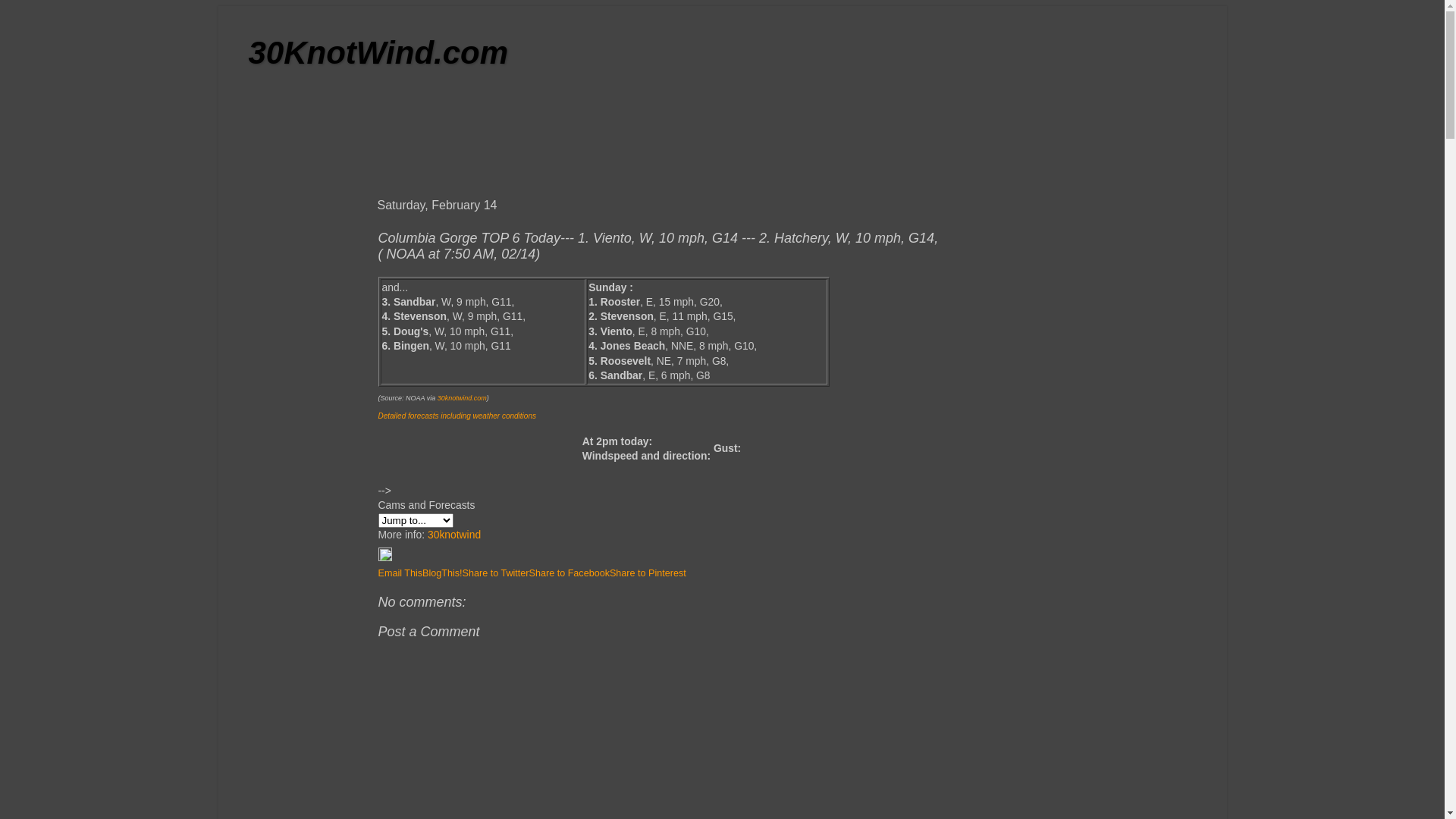 Image resolution: width=1456 pixels, height=819 pixels. What do you see at coordinates (568, 573) in the screenshot?
I see `'Share to Facebook'` at bounding box center [568, 573].